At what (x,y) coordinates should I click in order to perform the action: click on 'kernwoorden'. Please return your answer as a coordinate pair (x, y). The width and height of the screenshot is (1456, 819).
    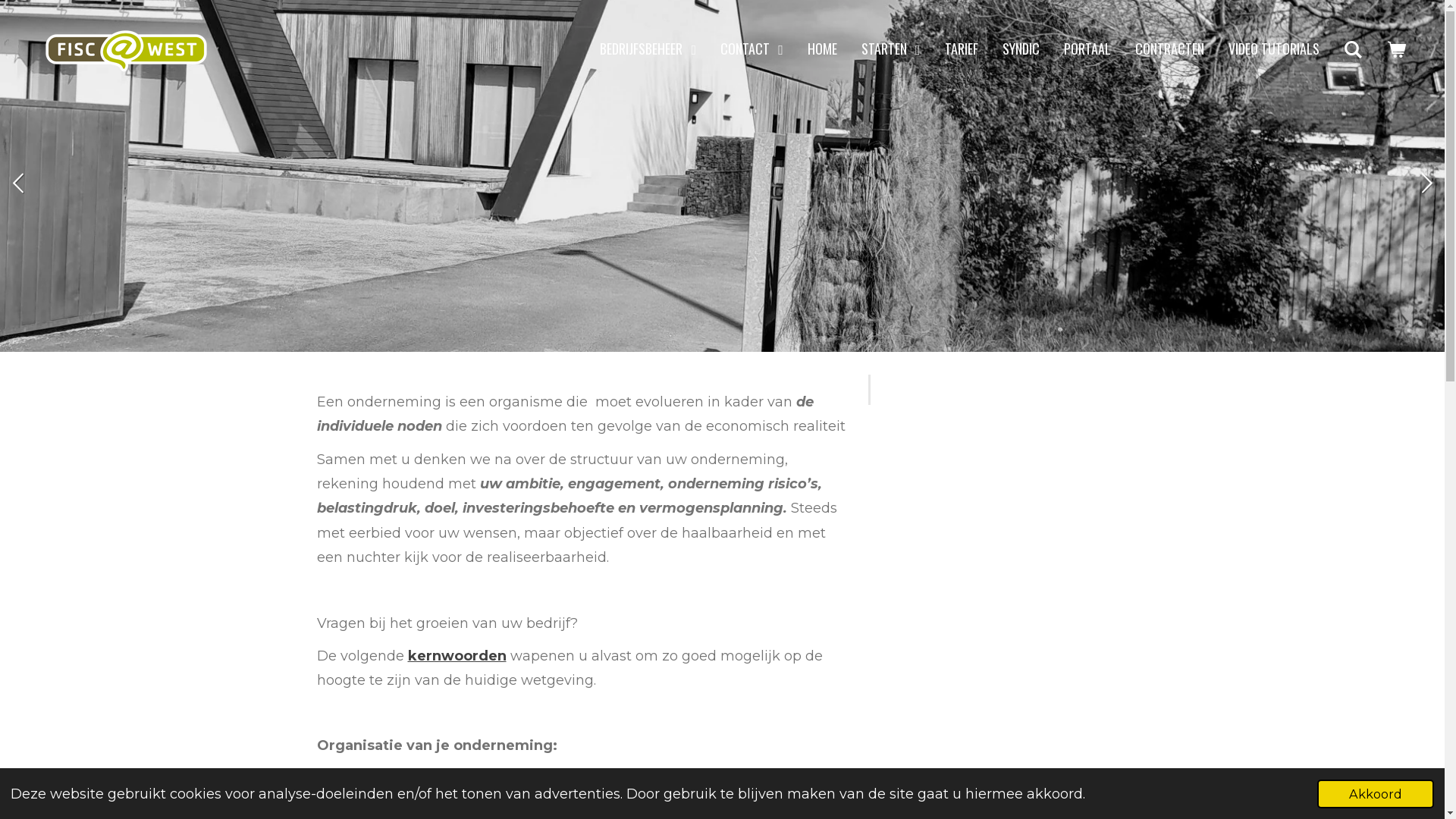
    Looking at the image, I should click on (457, 654).